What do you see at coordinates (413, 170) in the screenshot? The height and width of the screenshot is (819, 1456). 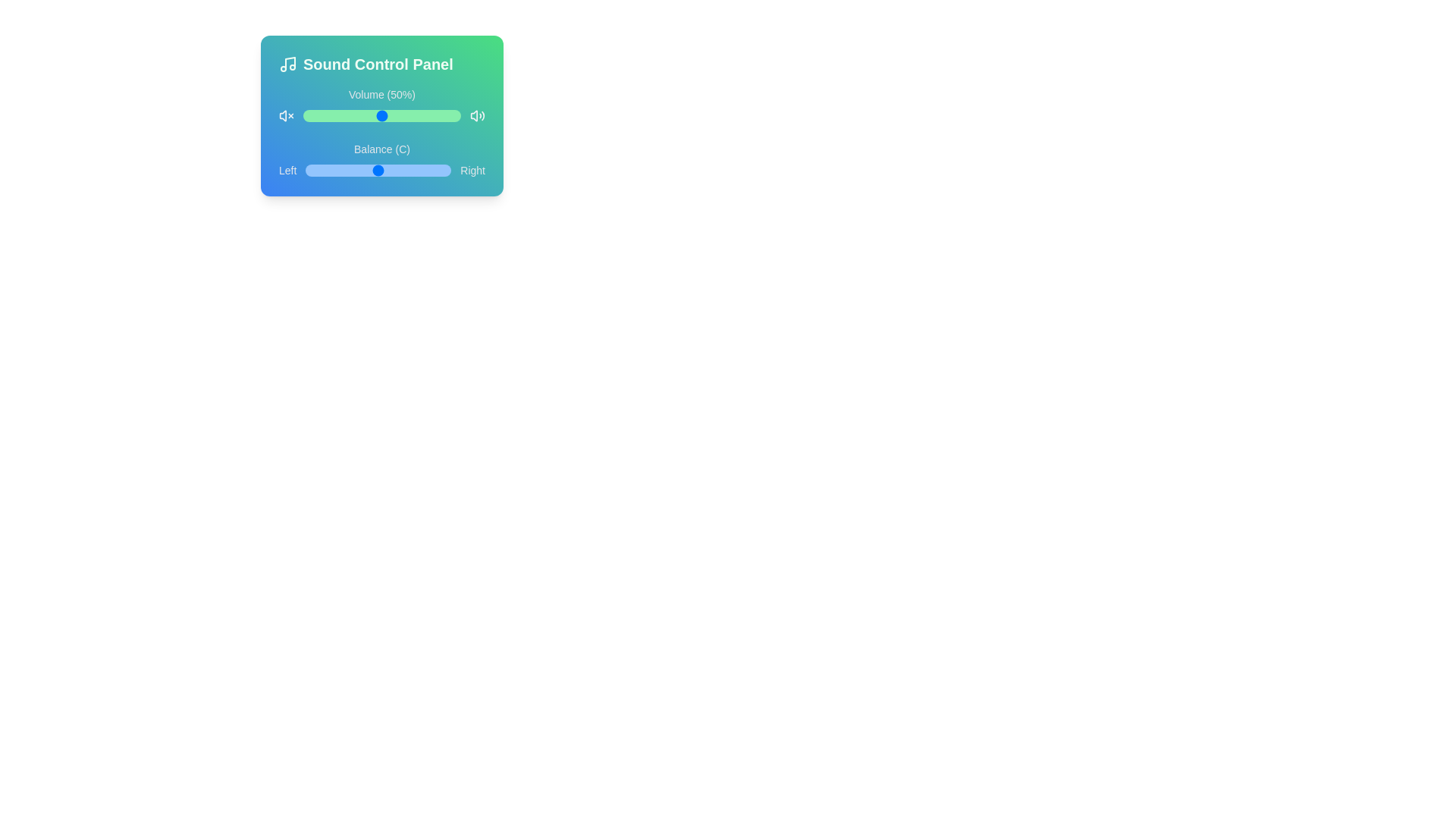 I see `the balance` at bounding box center [413, 170].